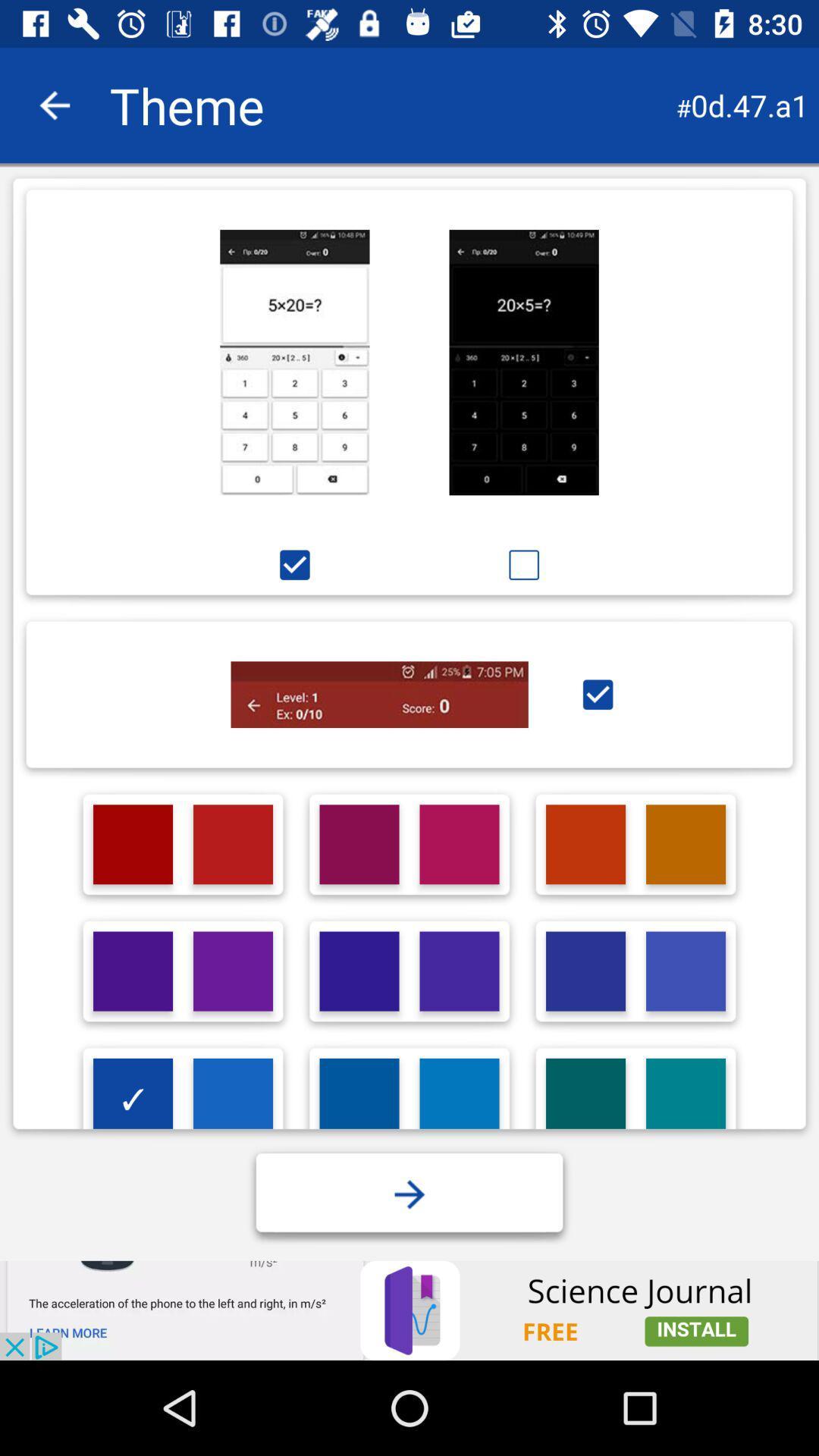 The image size is (819, 1456). Describe the element at coordinates (54, 105) in the screenshot. I see `the arrow_backward icon` at that location.